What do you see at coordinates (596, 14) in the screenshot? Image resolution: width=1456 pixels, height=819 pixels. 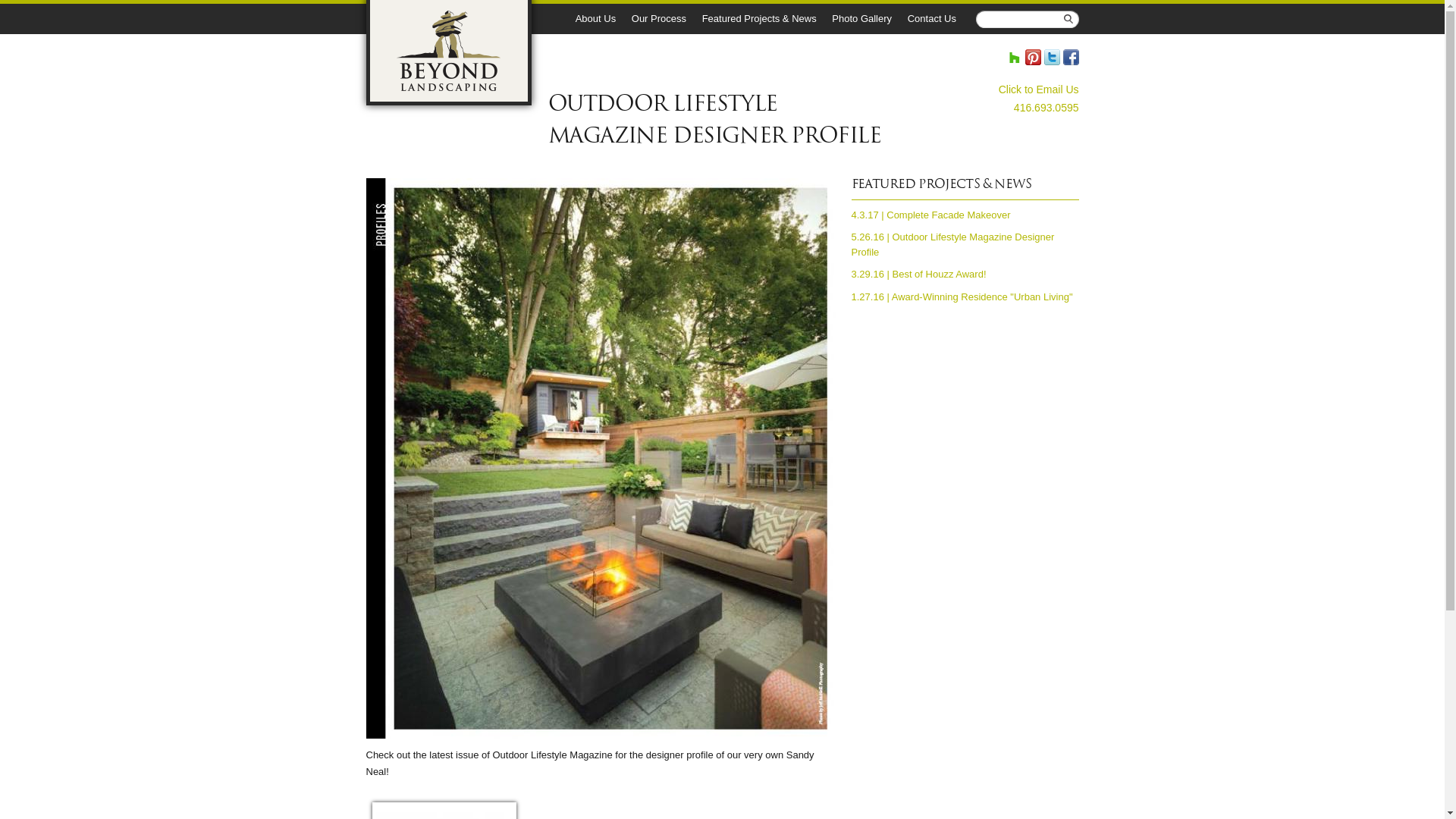 I see `'About Us'` at bounding box center [596, 14].